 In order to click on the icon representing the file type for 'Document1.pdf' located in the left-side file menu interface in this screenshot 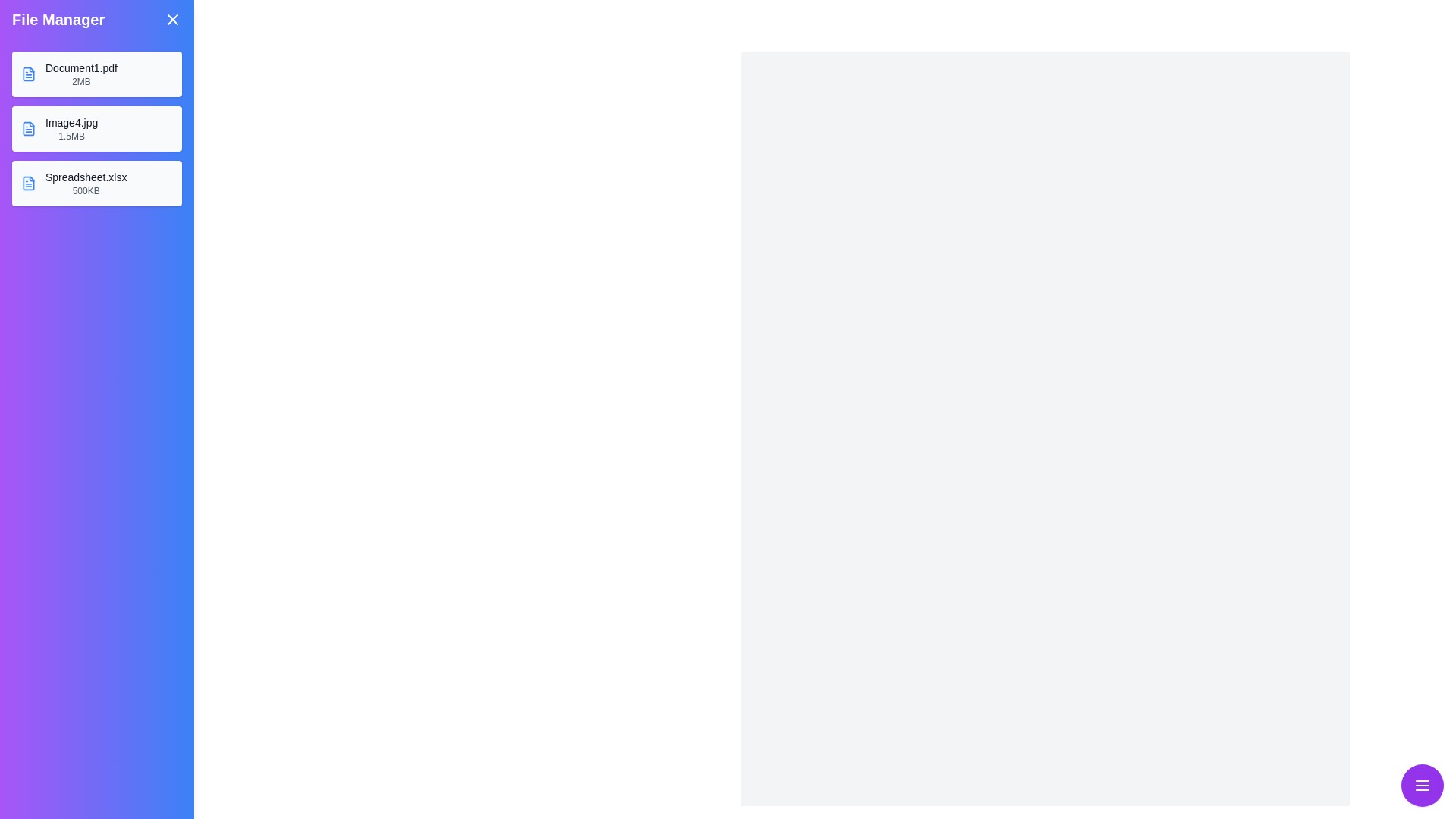, I will do `click(28, 74)`.